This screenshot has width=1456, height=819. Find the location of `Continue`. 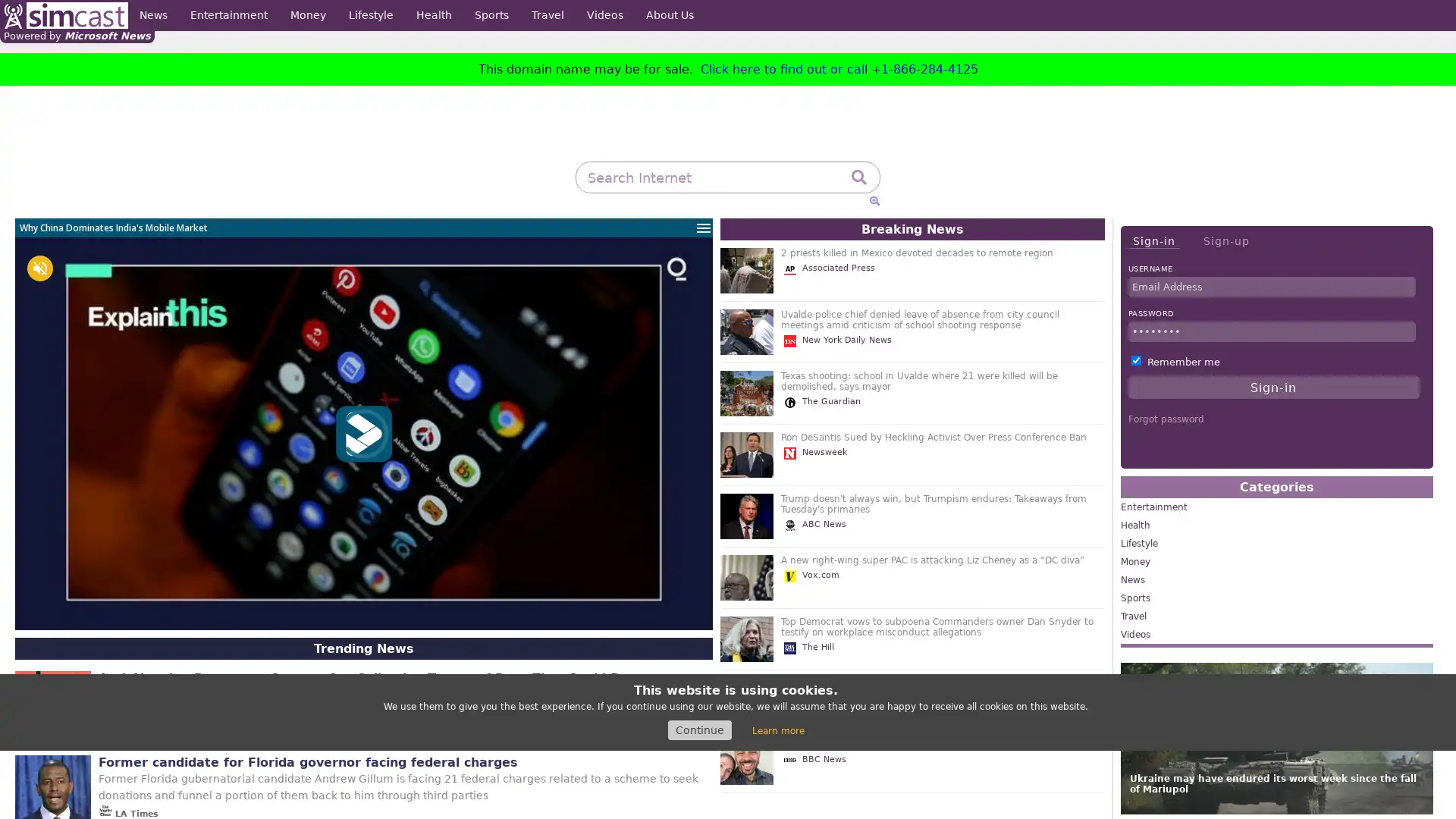

Continue is located at coordinates (698, 730).